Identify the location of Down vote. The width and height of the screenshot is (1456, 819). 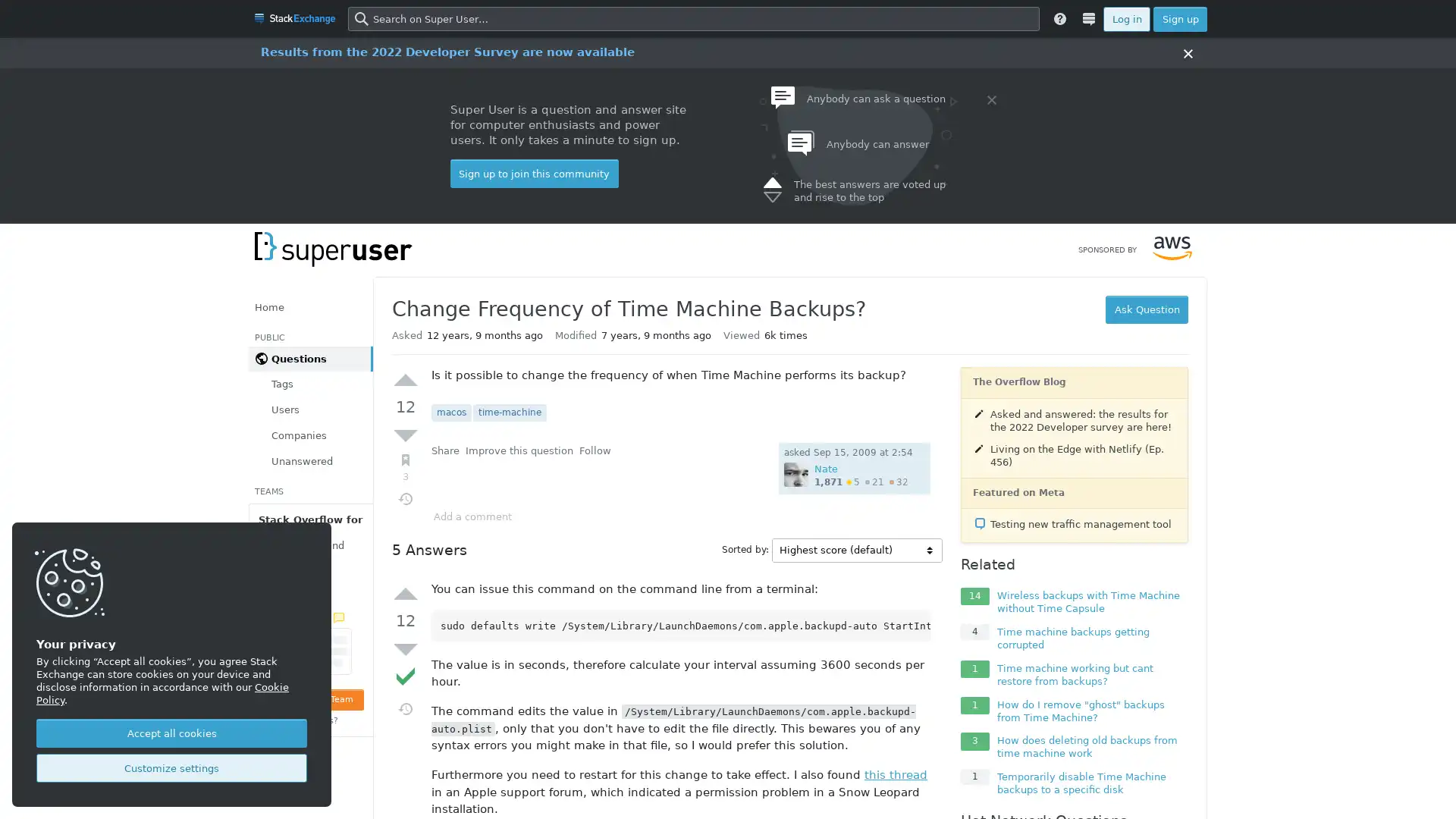
(405, 648).